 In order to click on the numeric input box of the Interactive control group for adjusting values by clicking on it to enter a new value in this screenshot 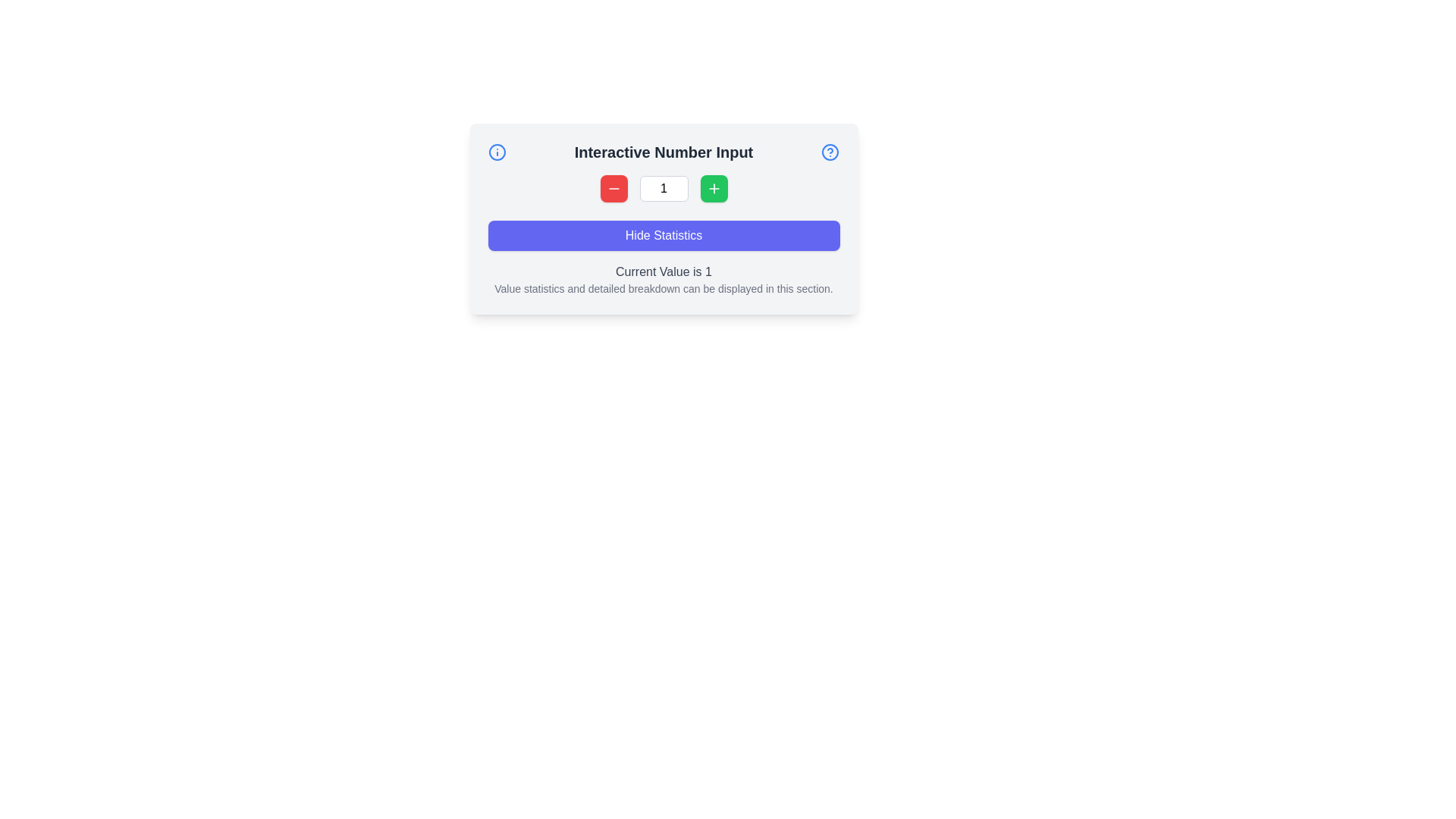, I will do `click(664, 188)`.